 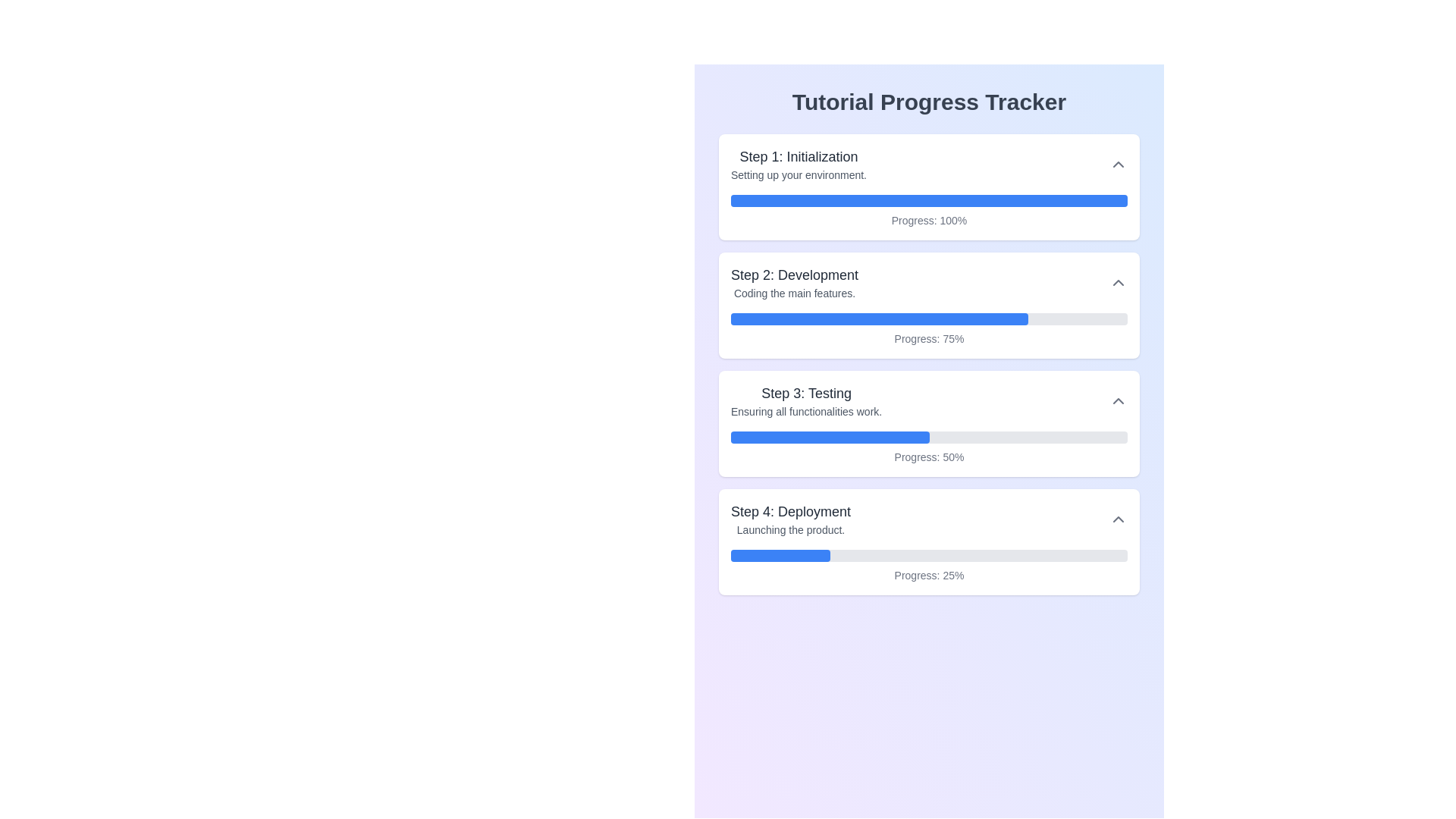 What do you see at coordinates (1118, 400) in the screenshot?
I see `the chevron button located at the top-right corner of the 'Step 3: Testing' task card` at bounding box center [1118, 400].